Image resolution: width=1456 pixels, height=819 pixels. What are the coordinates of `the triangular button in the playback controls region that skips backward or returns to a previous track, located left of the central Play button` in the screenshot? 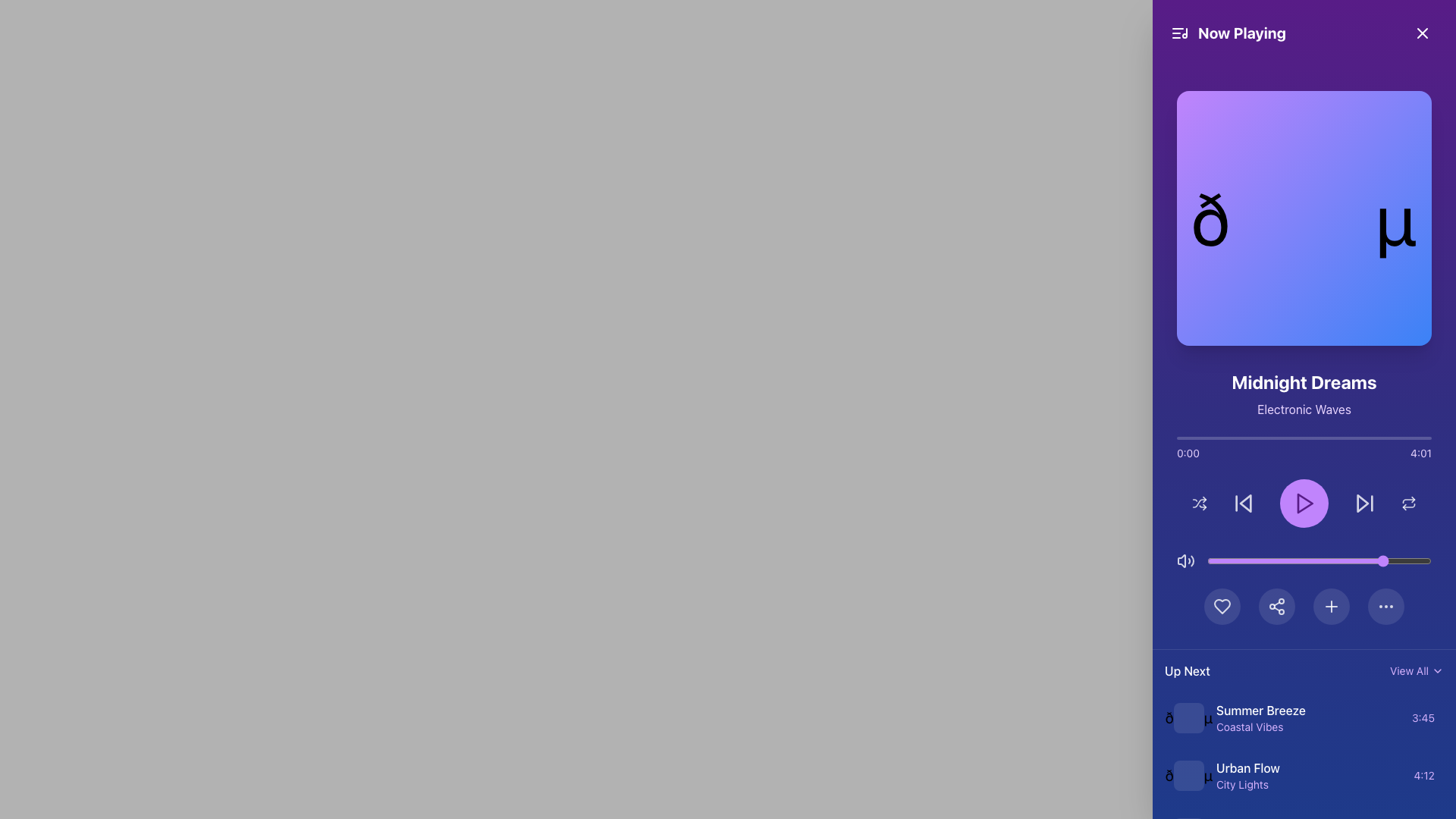 It's located at (1245, 503).